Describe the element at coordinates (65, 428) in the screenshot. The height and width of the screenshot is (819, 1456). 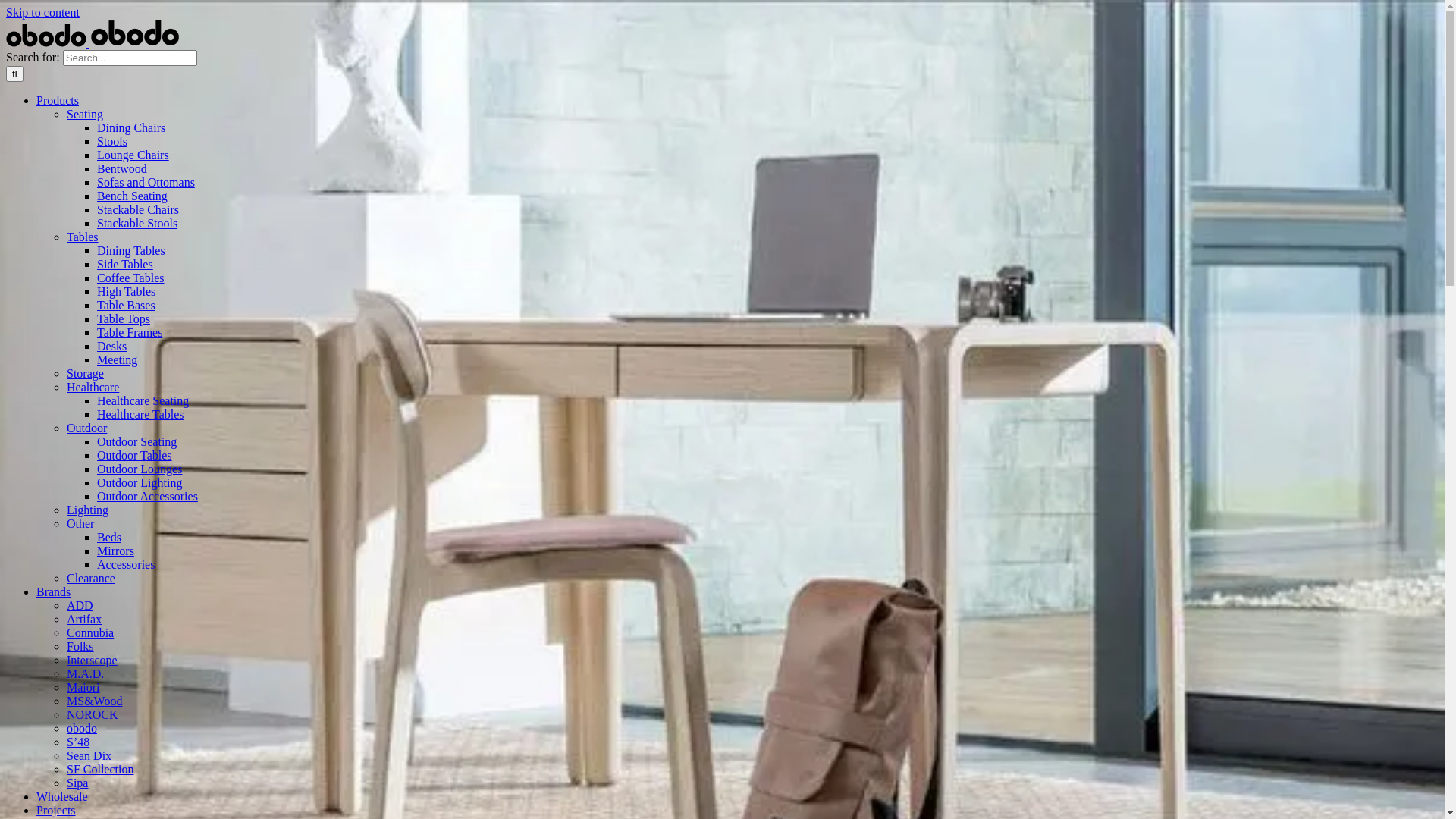
I see `'Outdoor'` at that location.